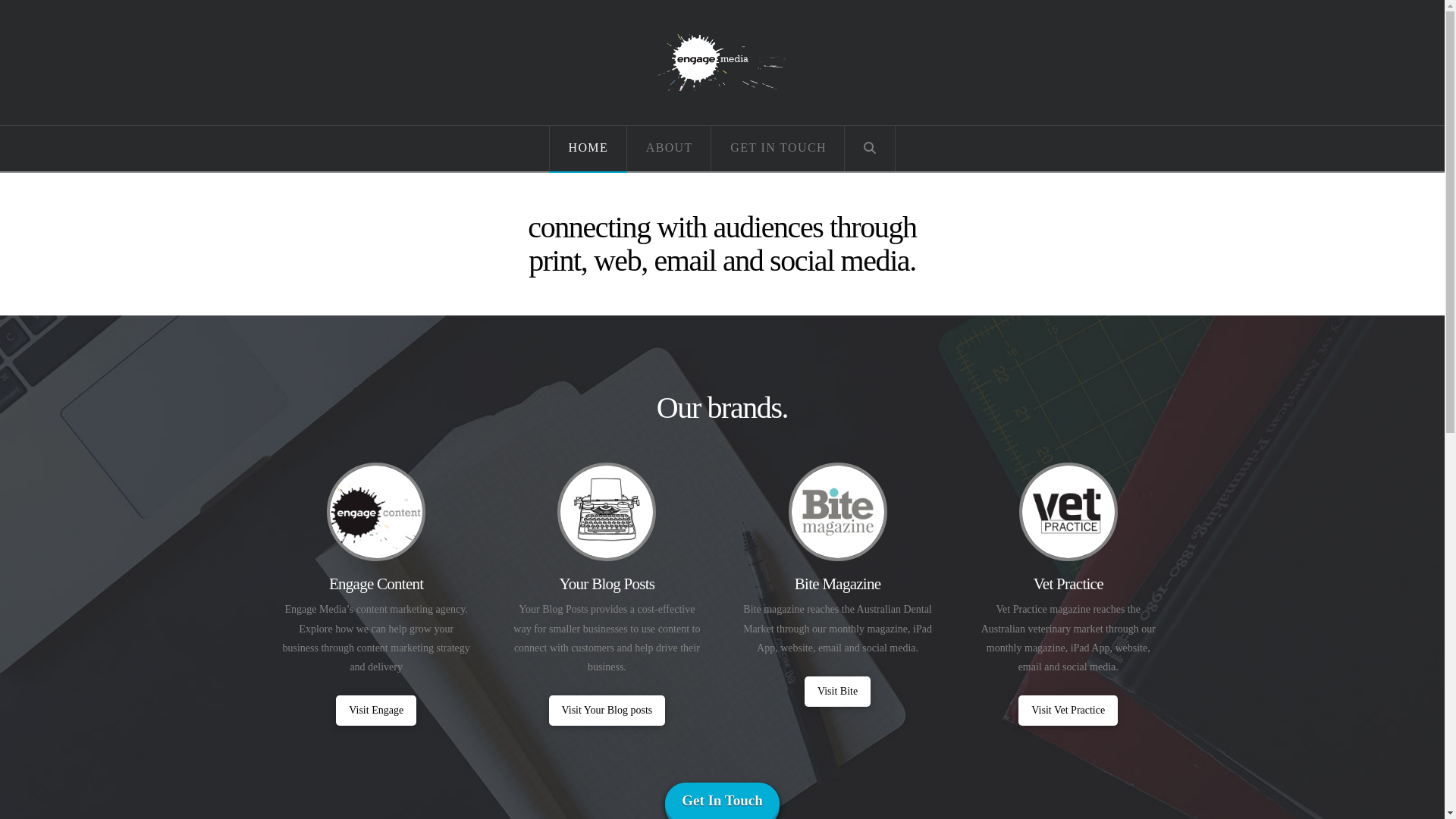 This screenshot has width=1456, height=819. Describe the element at coordinates (587, 149) in the screenshot. I see `'HOME'` at that location.